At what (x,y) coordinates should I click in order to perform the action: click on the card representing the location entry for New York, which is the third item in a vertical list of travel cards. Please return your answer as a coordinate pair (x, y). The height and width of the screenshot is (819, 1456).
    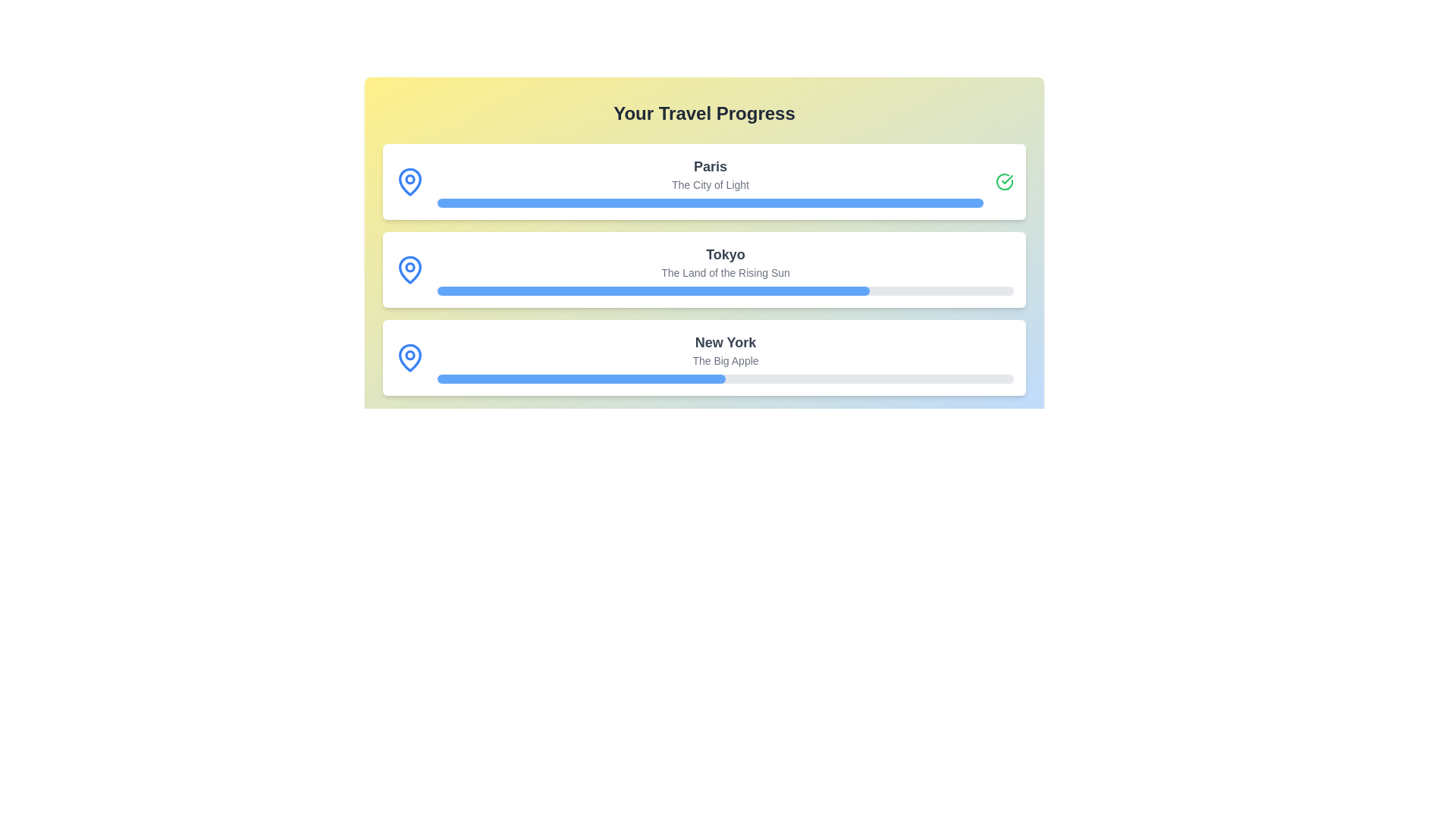
    Looking at the image, I should click on (704, 357).